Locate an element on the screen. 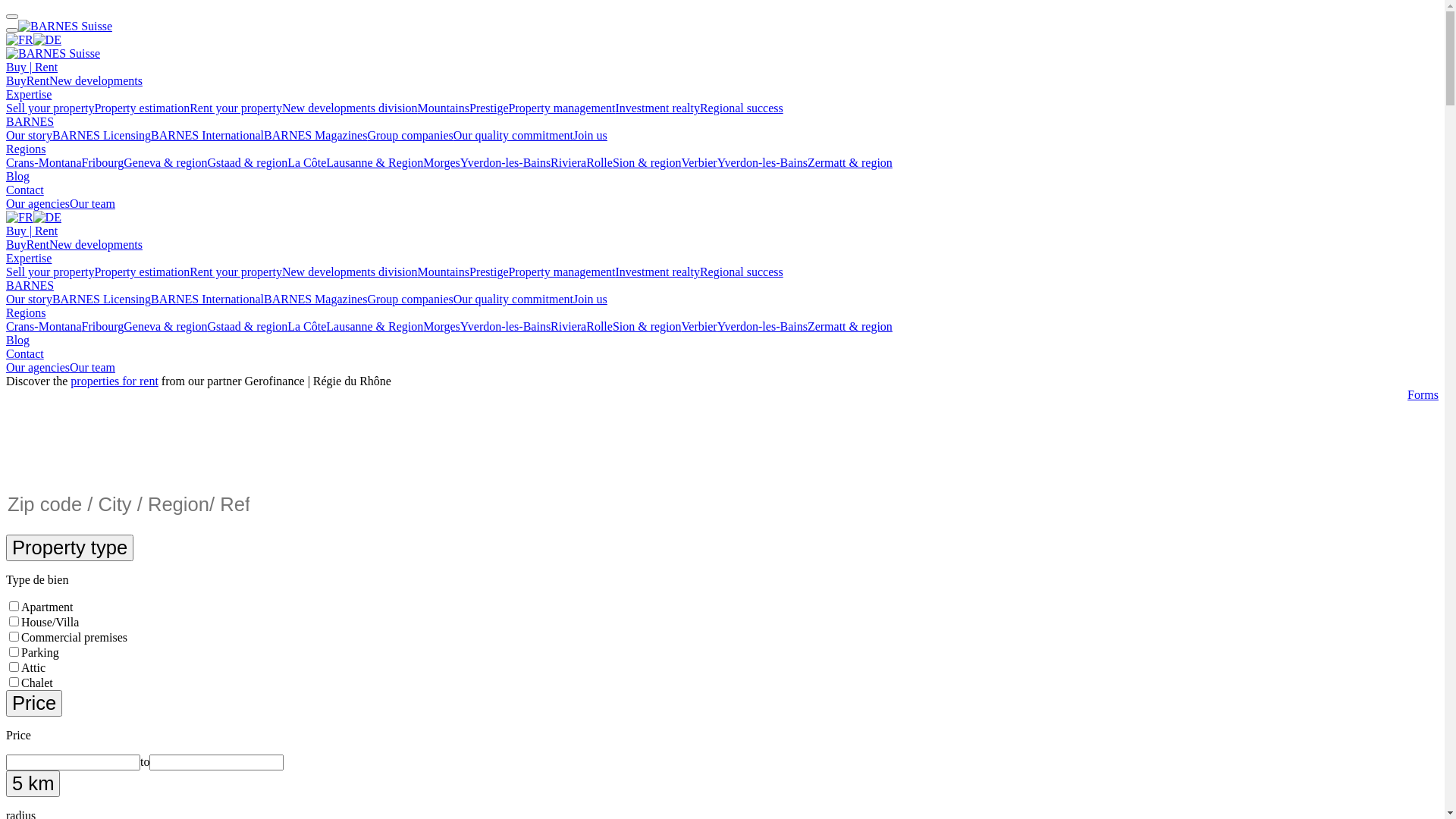  'Regions' is located at coordinates (25, 149).